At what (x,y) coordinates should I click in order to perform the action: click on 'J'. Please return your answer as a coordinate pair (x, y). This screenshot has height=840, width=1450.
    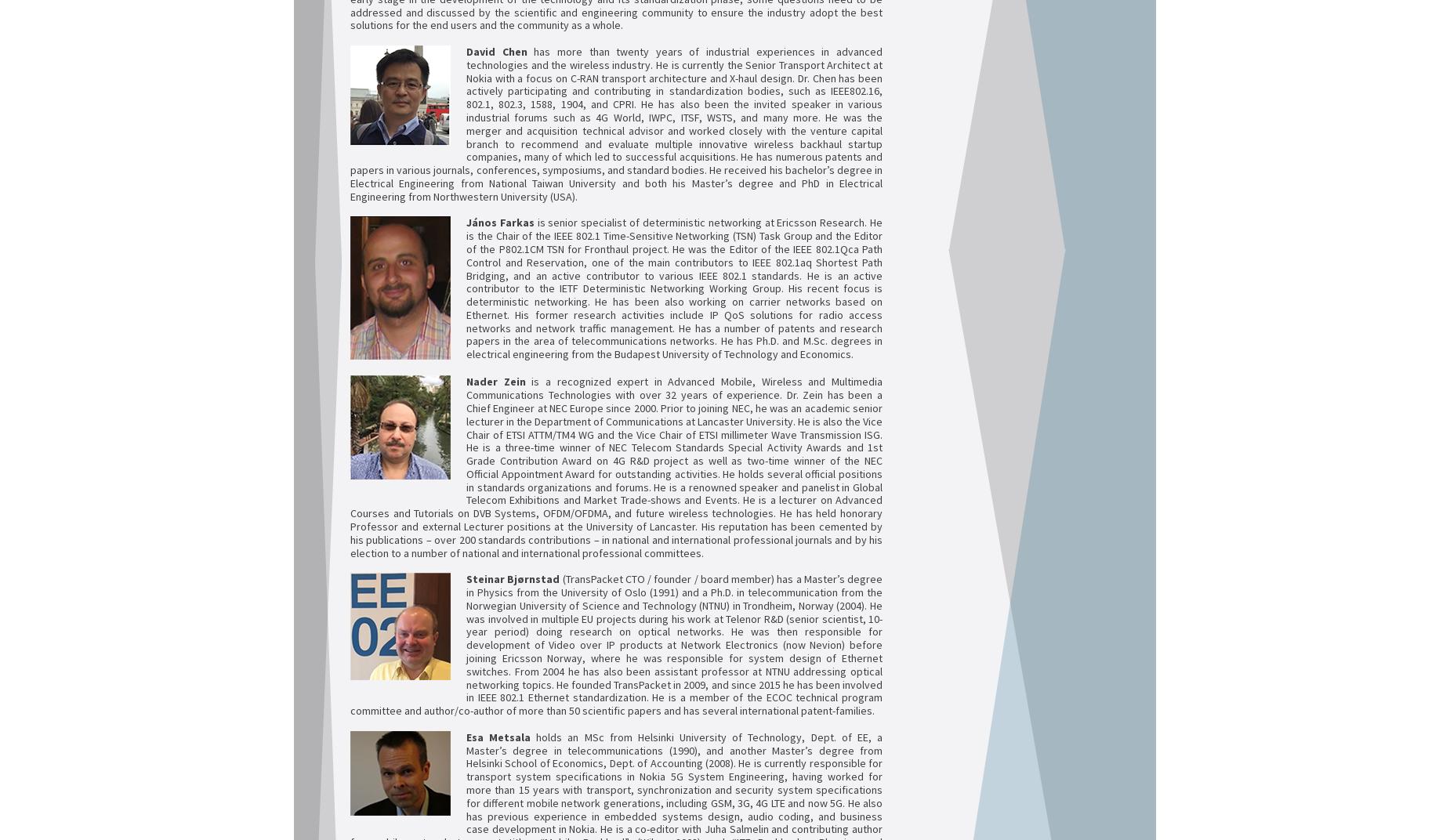
    Looking at the image, I should click on (466, 221).